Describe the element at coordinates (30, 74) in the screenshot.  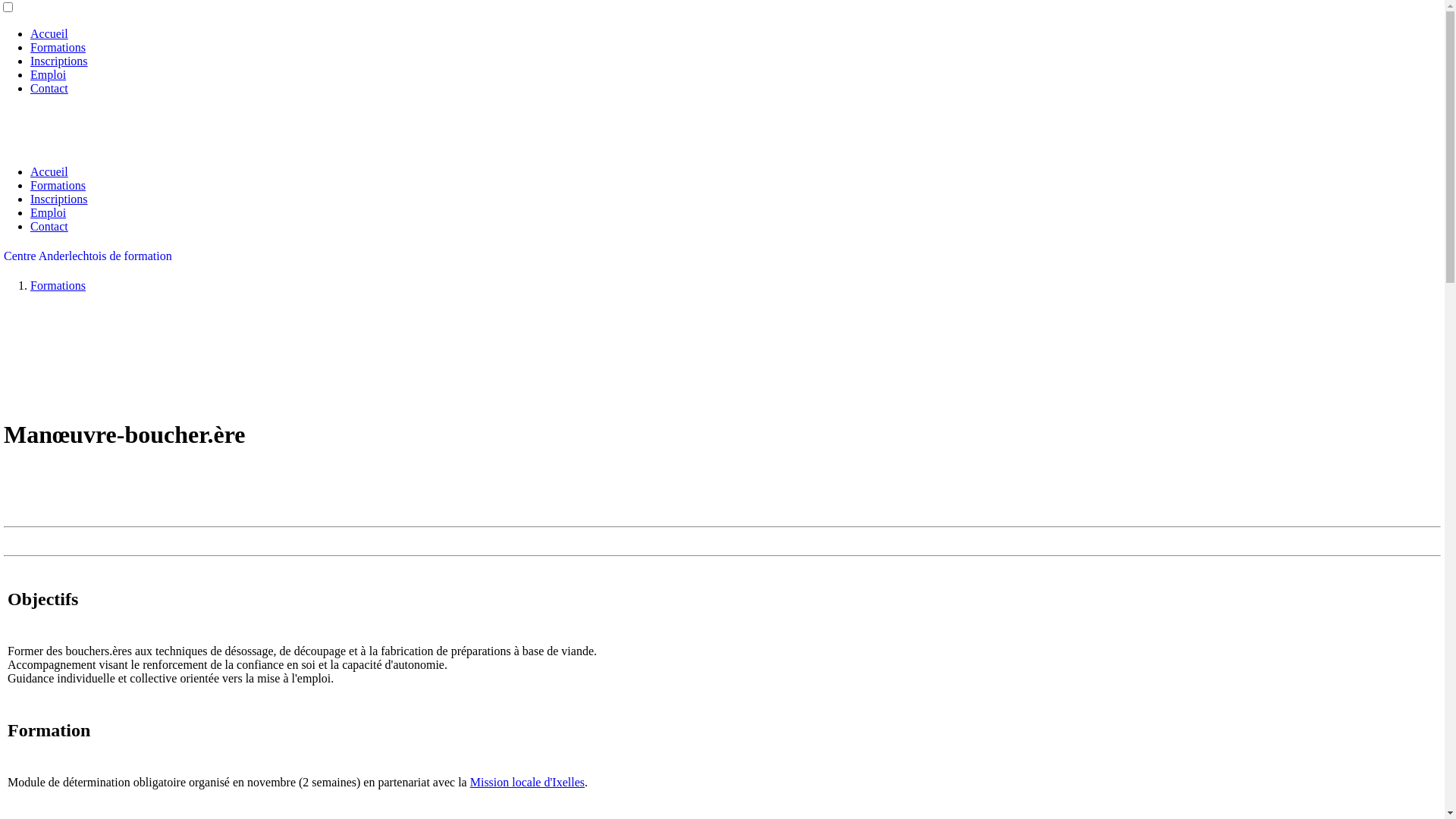
I see `'Emploi'` at that location.